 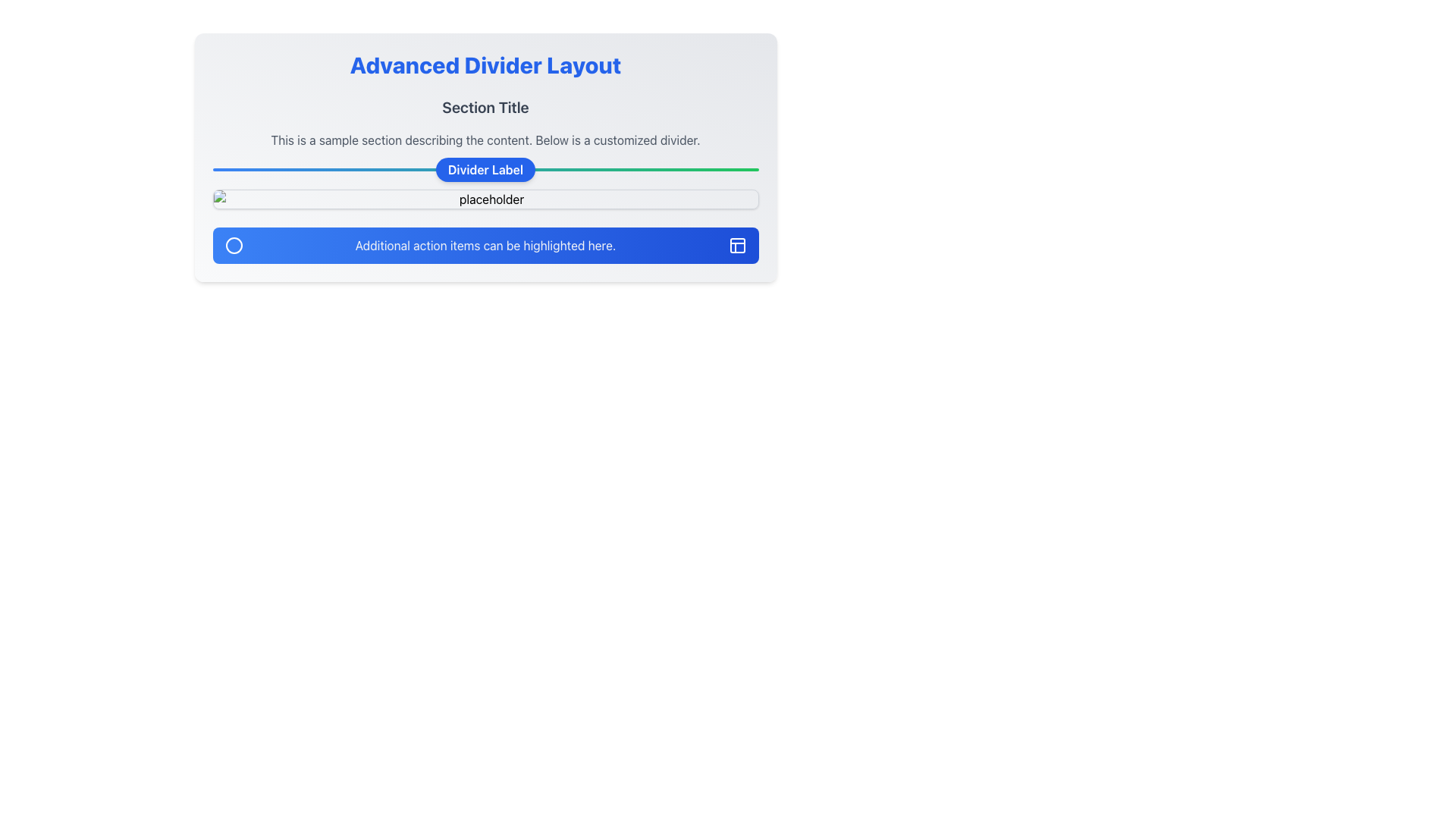 I want to click on the icon located at the bottom-right corner of the blue section labeled 'Additional action items can be highlighted here', so click(x=737, y=245).